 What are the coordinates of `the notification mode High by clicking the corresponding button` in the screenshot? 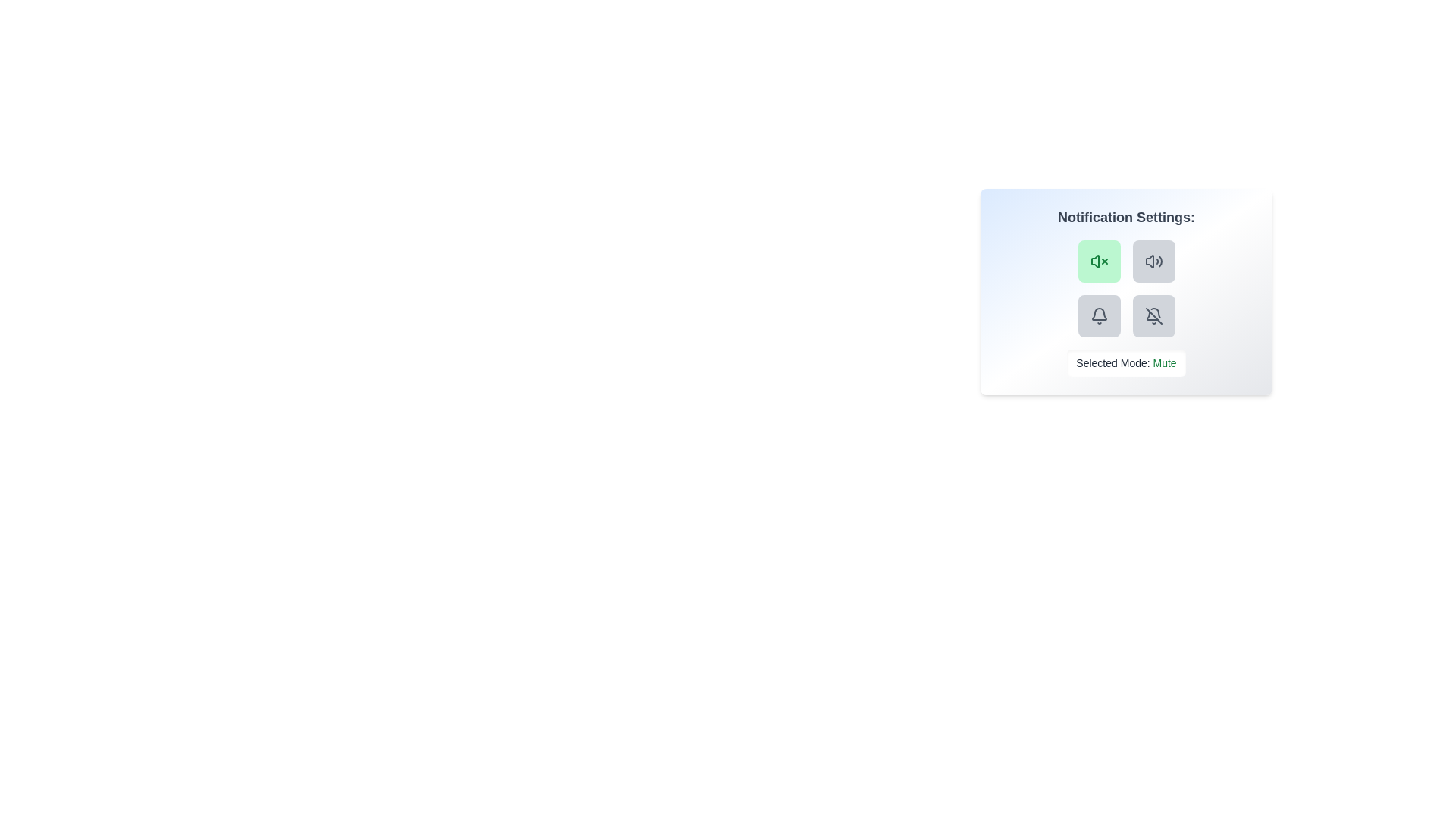 It's located at (1099, 315).